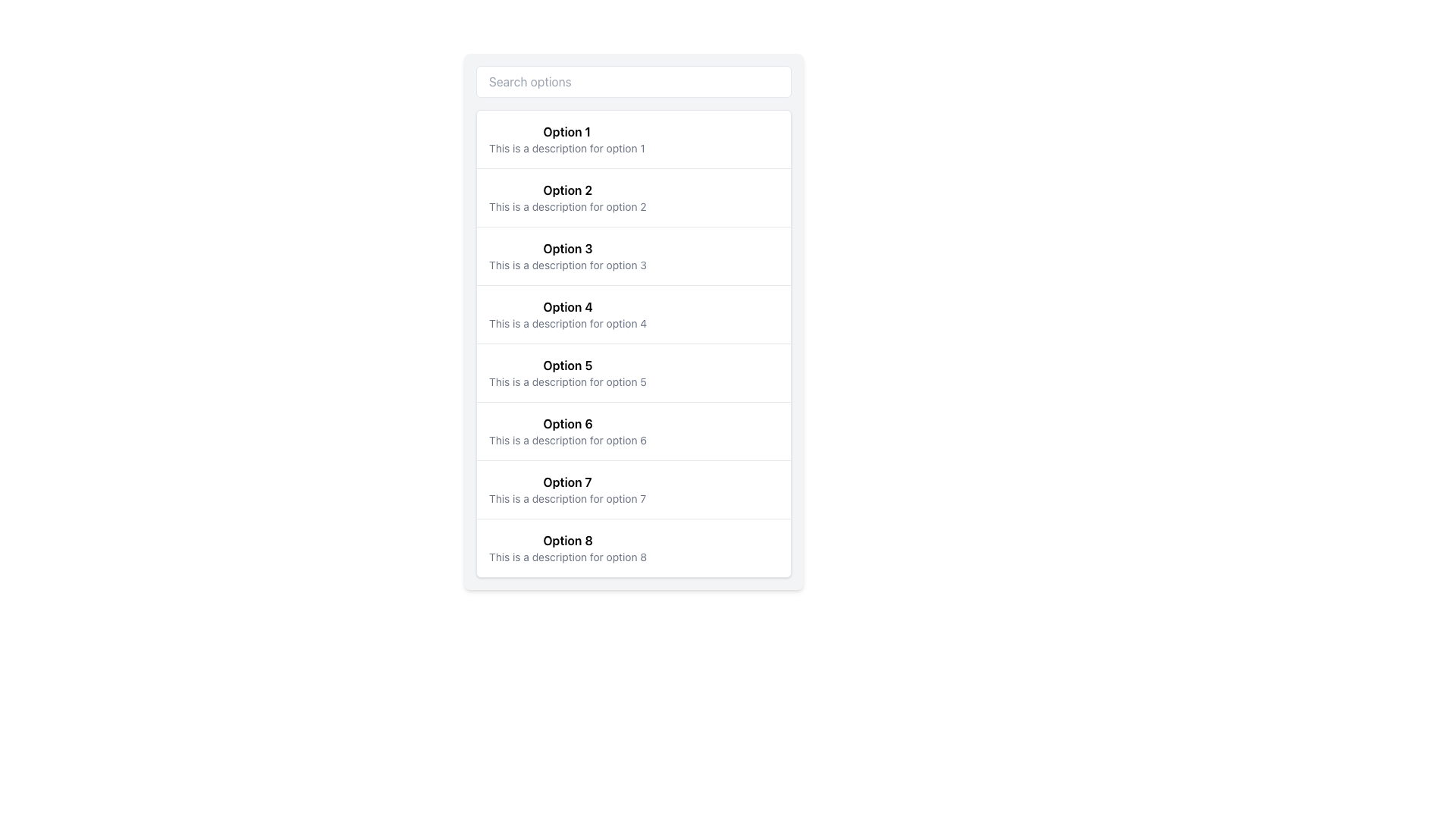 The width and height of the screenshot is (1456, 819). Describe the element at coordinates (566, 557) in the screenshot. I see `the static text display providing additional information about 'Option 8', which is located directly below the title text for Option 8 in the list interface` at that location.